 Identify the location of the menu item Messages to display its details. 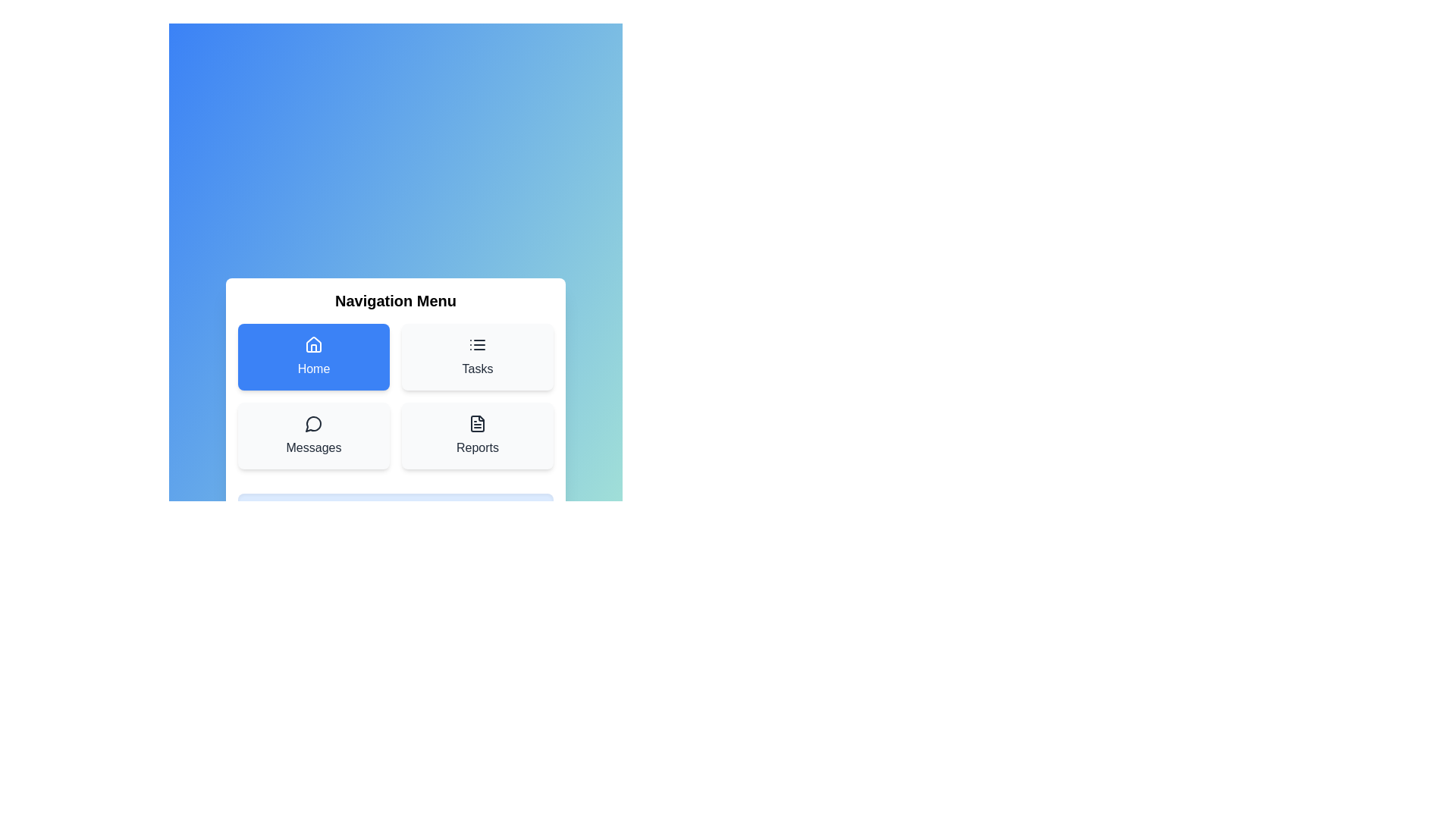
(312, 435).